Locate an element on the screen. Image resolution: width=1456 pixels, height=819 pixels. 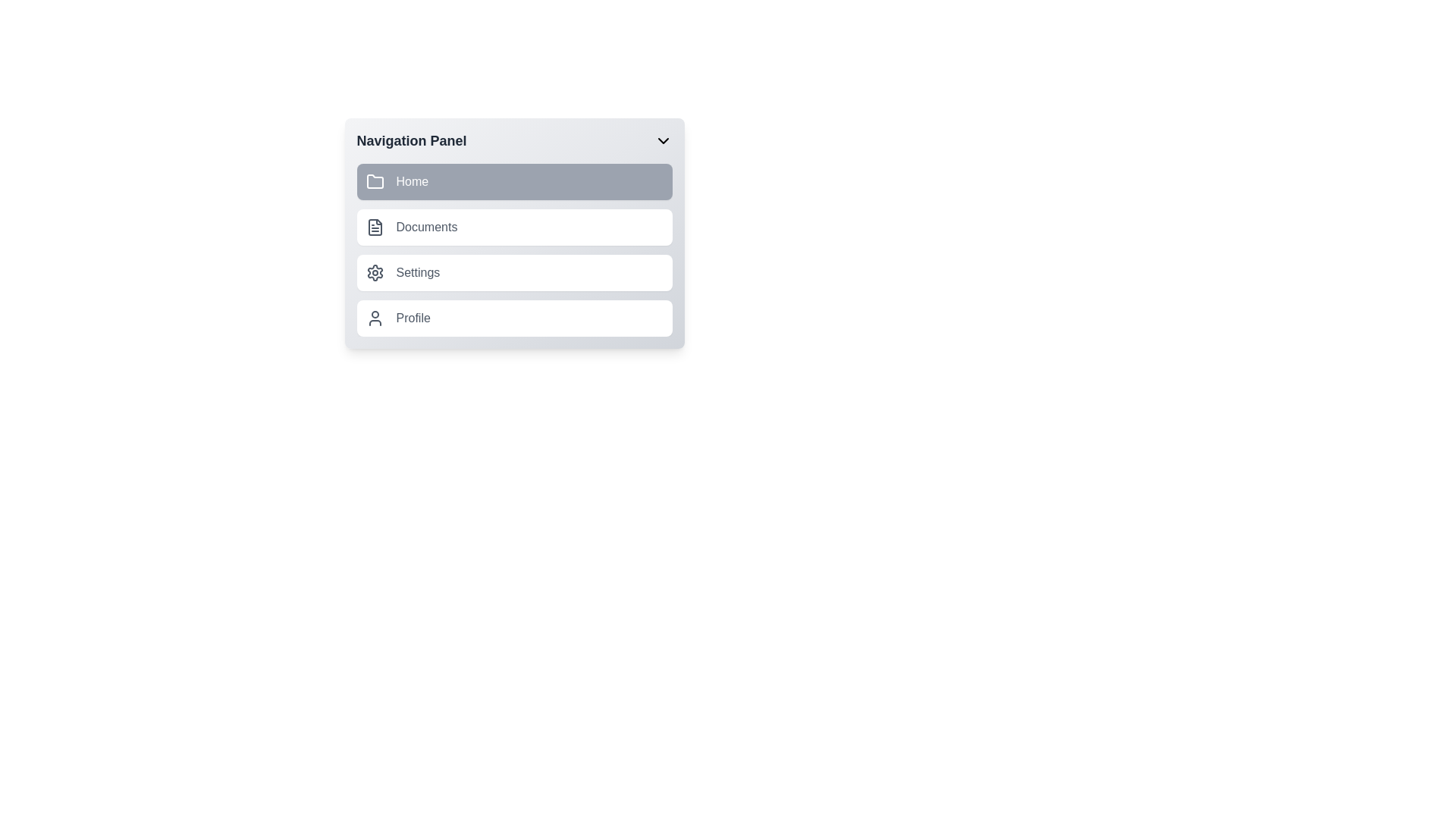
the decorative gear icon located within the 'Settings' row of the navigation panel is located at coordinates (375, 271).